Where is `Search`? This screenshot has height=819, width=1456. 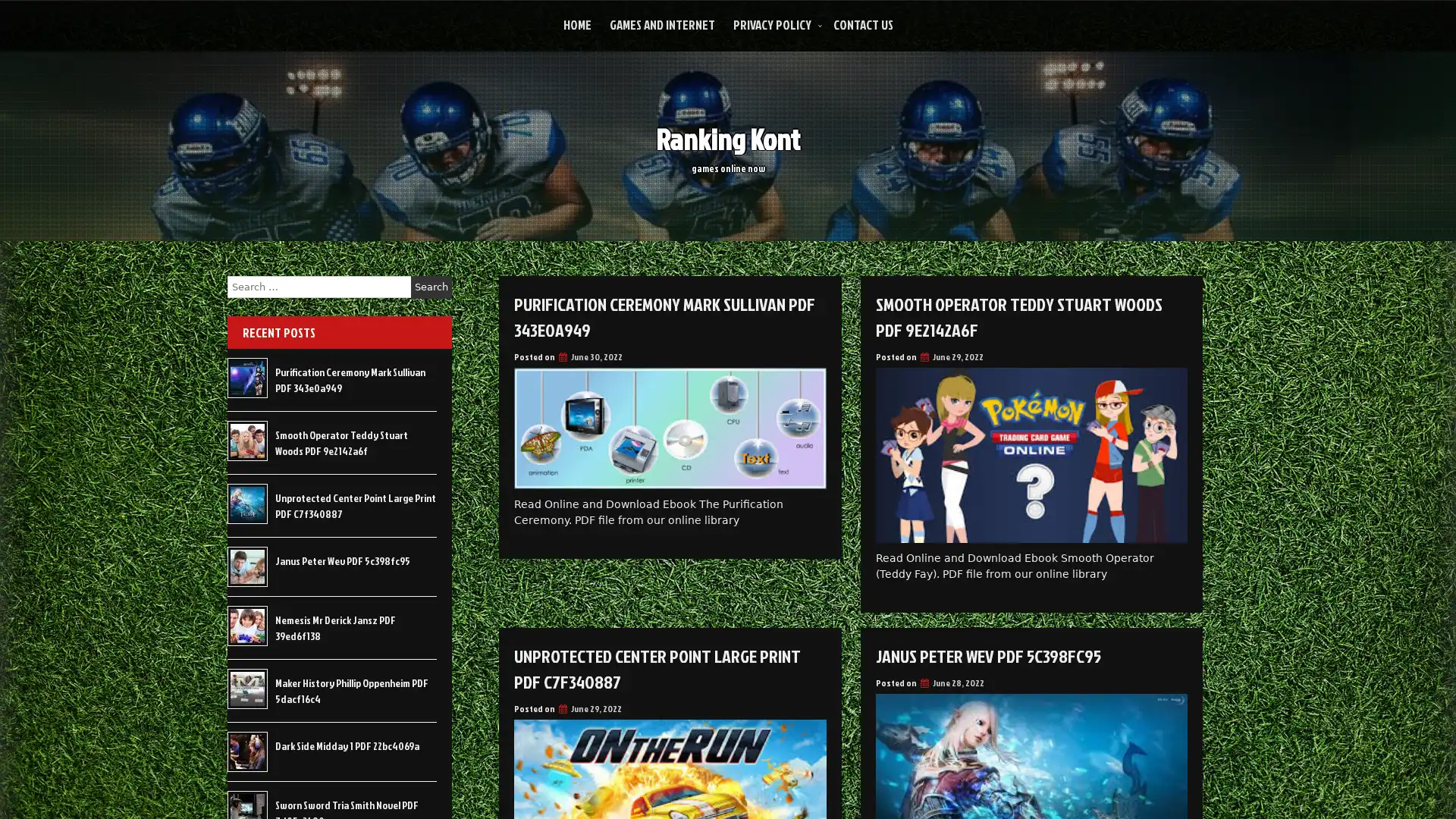
Search is located at coordinates (431, 287).